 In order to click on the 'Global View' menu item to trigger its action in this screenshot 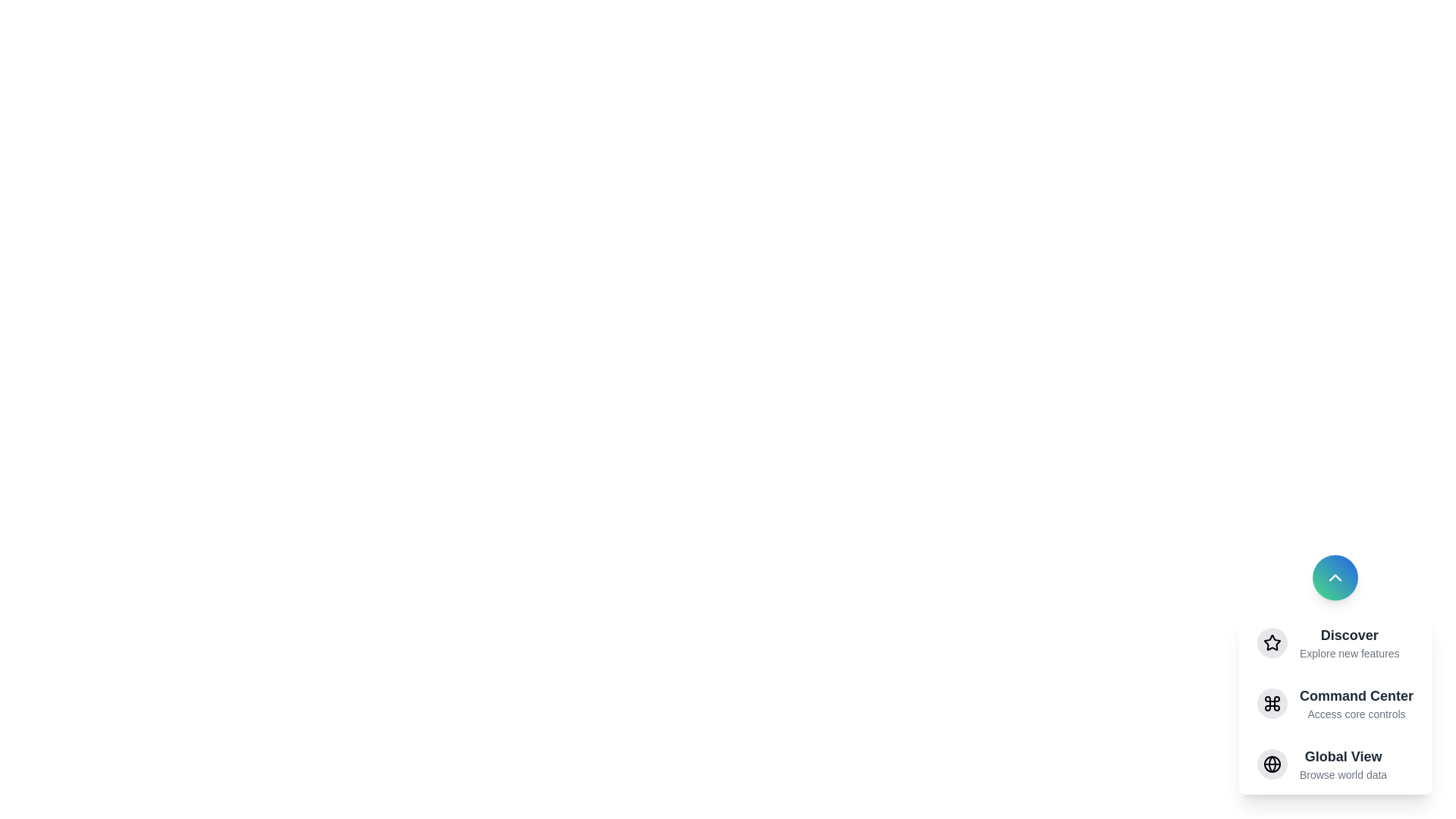, I will do `click(1335, 764)`.